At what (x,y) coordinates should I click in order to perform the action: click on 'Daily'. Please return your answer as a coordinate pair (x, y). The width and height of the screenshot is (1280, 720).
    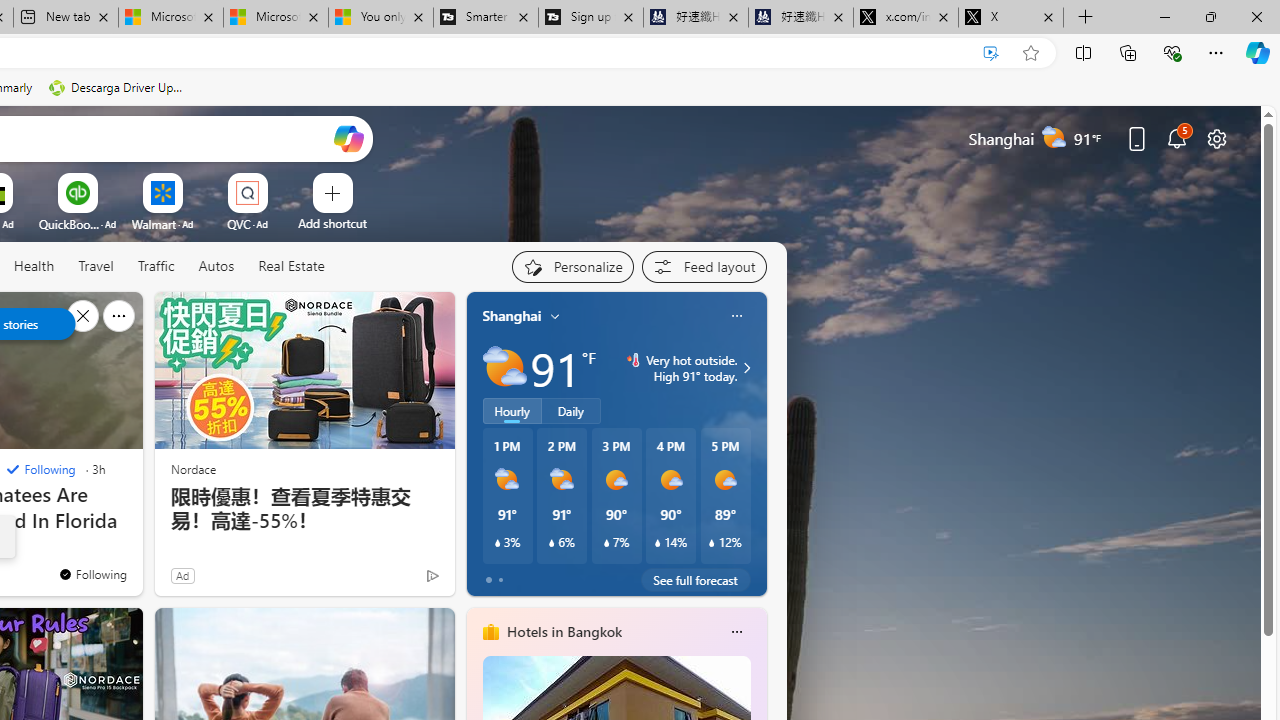
    Looking at the image, I should click on (570, 410).